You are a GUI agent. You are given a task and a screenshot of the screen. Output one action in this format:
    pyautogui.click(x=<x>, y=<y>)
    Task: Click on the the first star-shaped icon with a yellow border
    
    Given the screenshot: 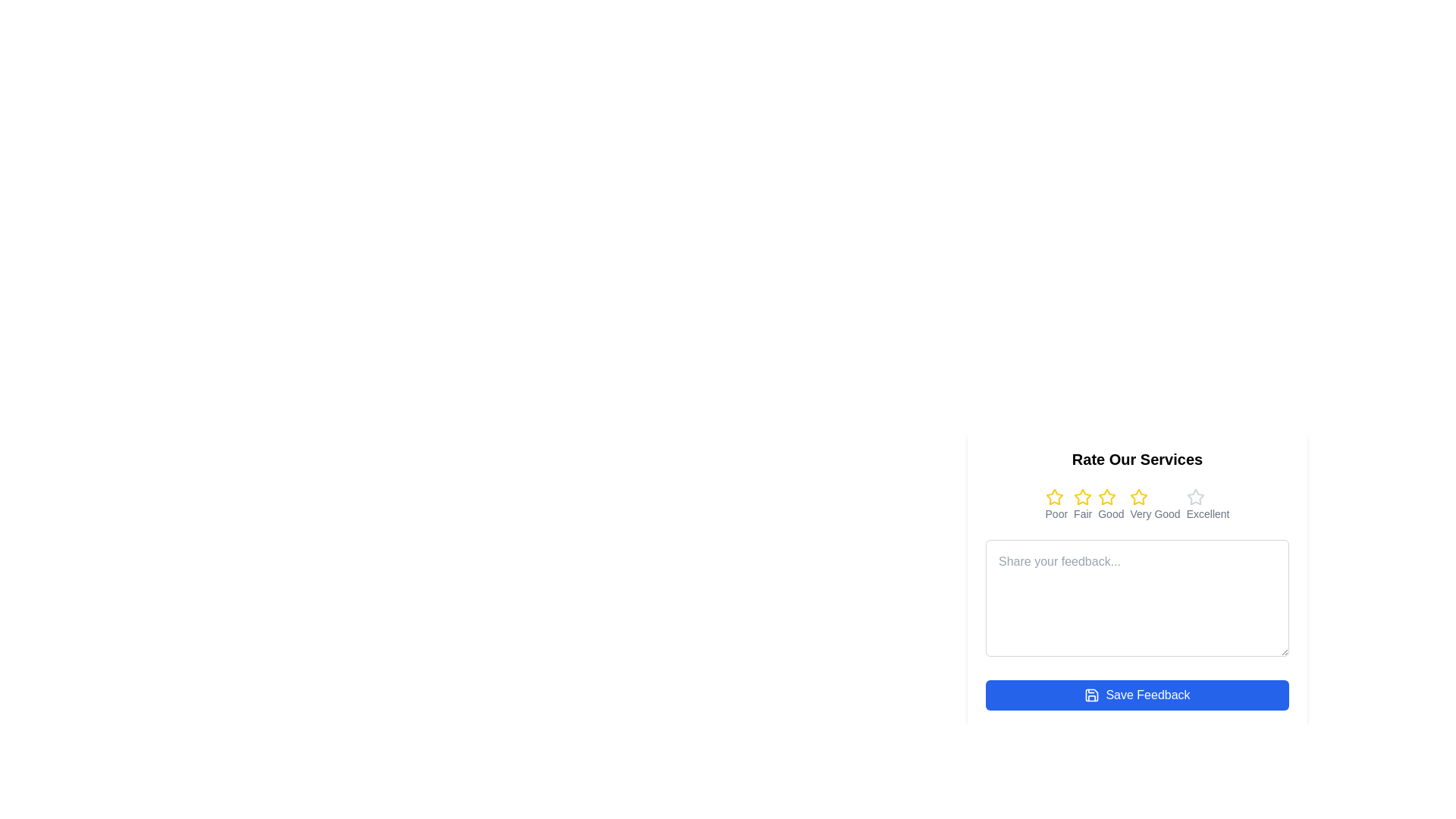 What is the action you would take?
    pyautogui.click(x=1053, y=497)
    